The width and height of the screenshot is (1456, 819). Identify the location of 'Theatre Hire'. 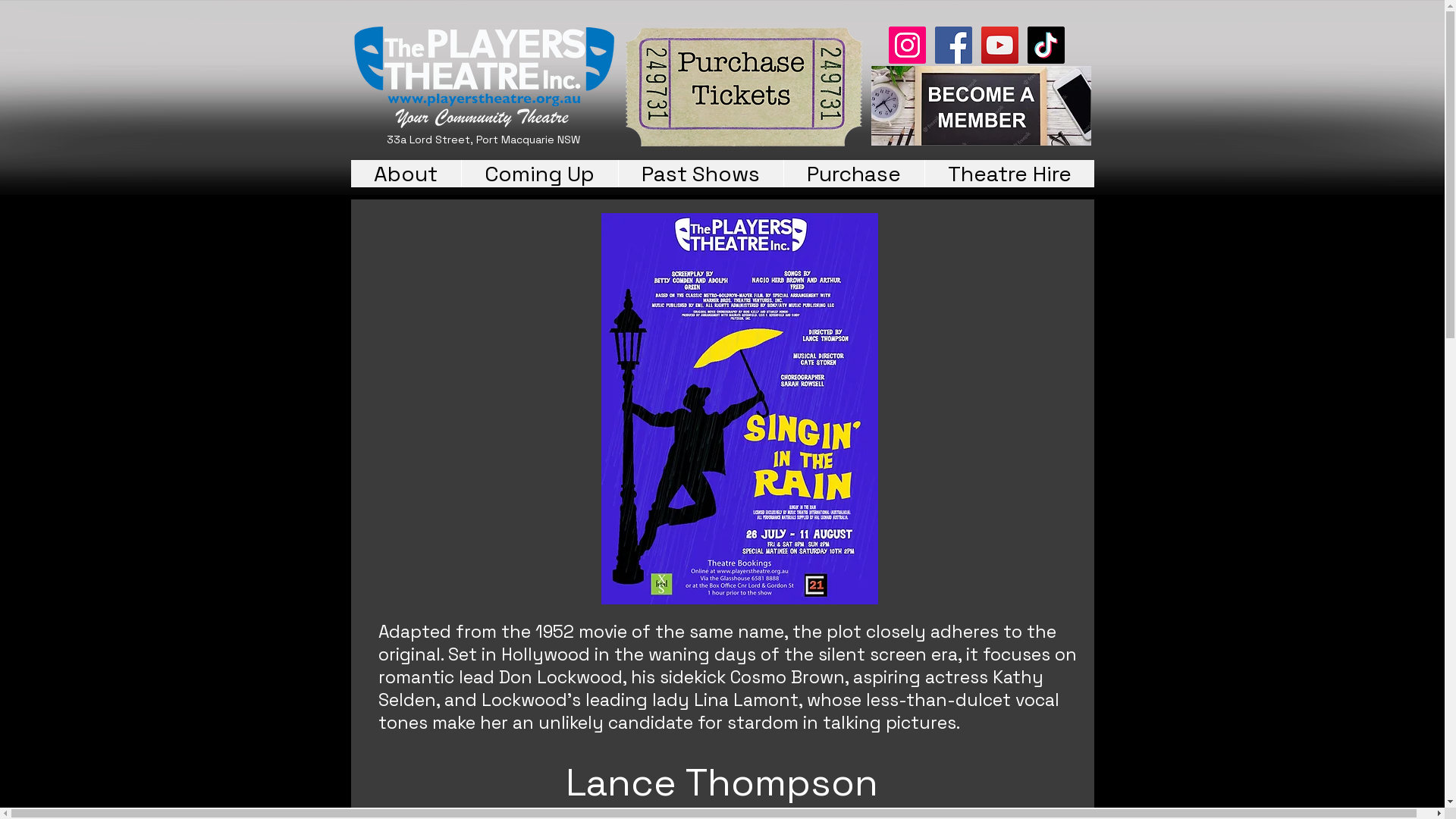
(1008, 172).